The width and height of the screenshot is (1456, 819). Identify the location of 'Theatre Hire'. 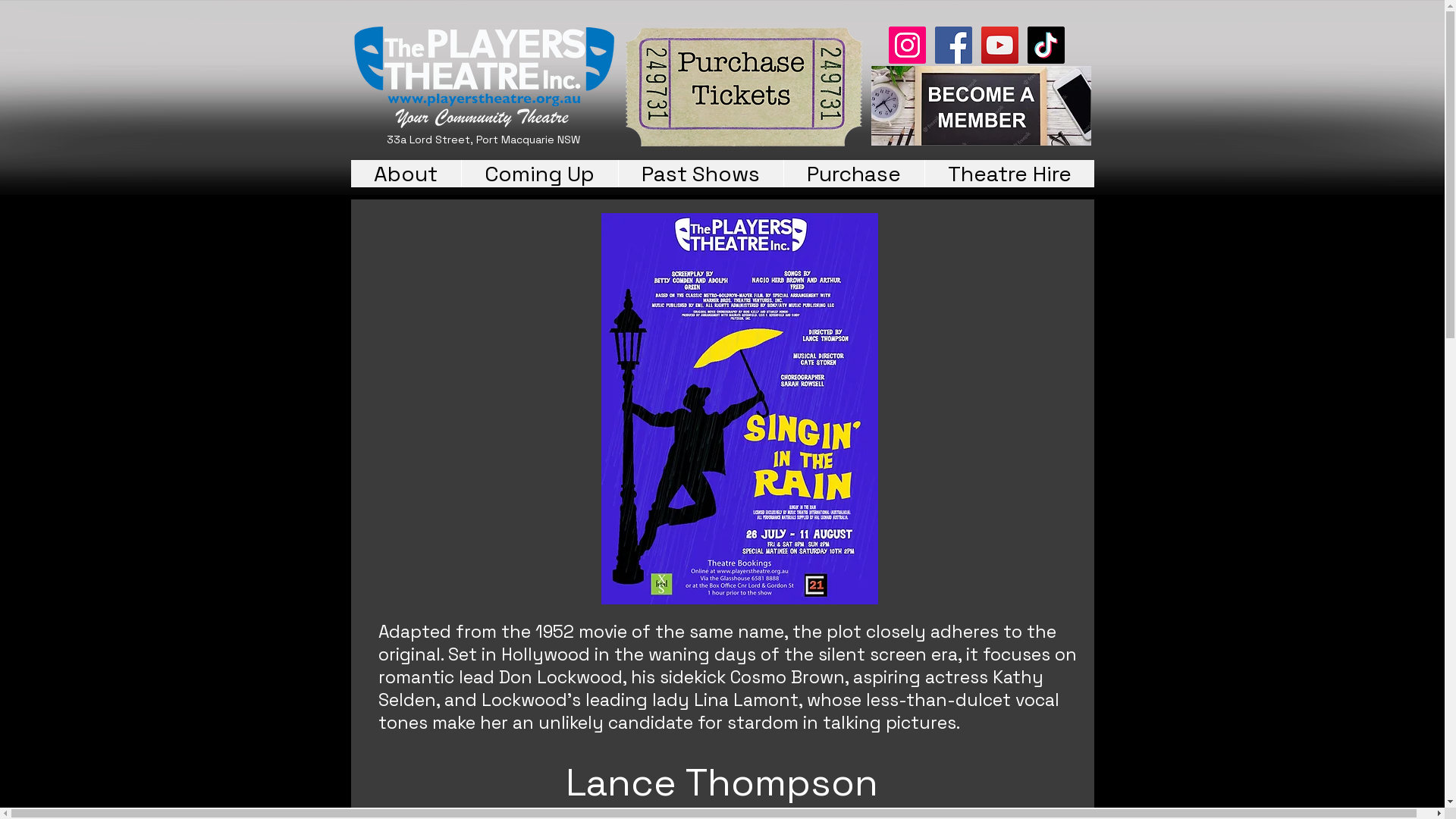
(1008, 172).